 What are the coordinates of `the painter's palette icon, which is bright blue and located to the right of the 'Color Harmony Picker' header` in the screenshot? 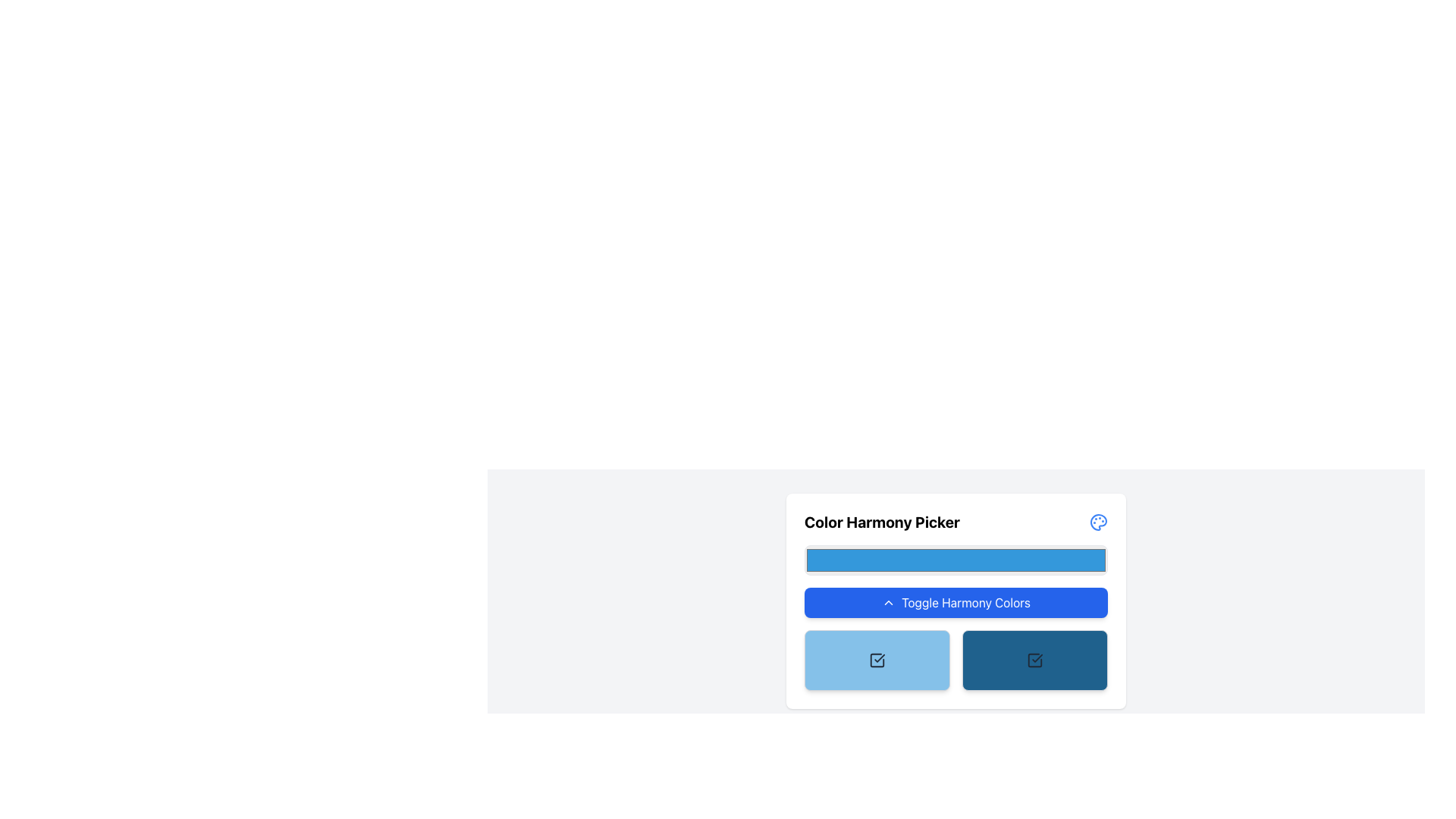 It's located at (1099, 522).